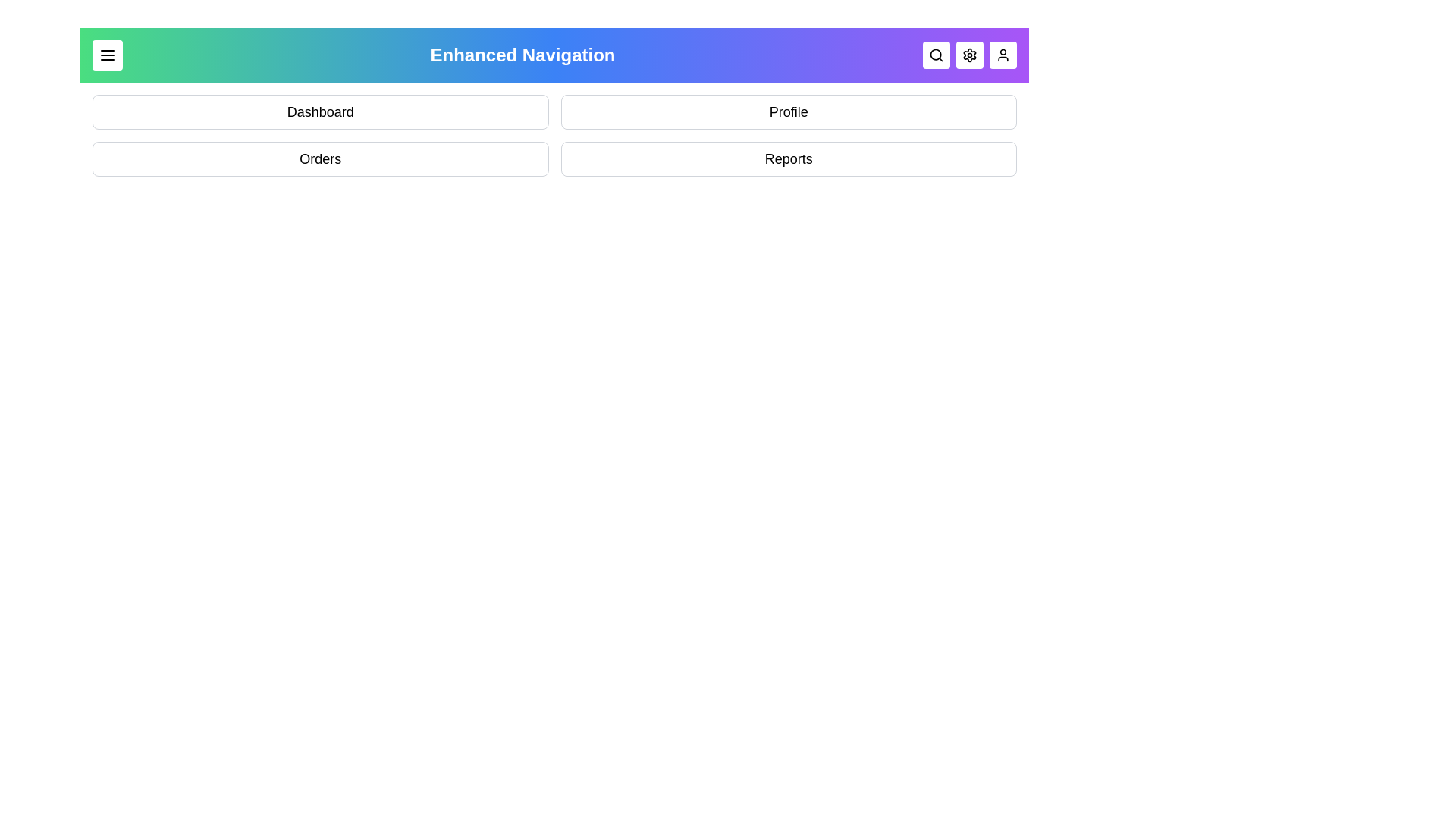 The height and width of the screenshot is (819, 1456). Describe the element at coordinates (789, 111) in the screenshot. I see `the menu item Profile to observe the hover effect` at that location.